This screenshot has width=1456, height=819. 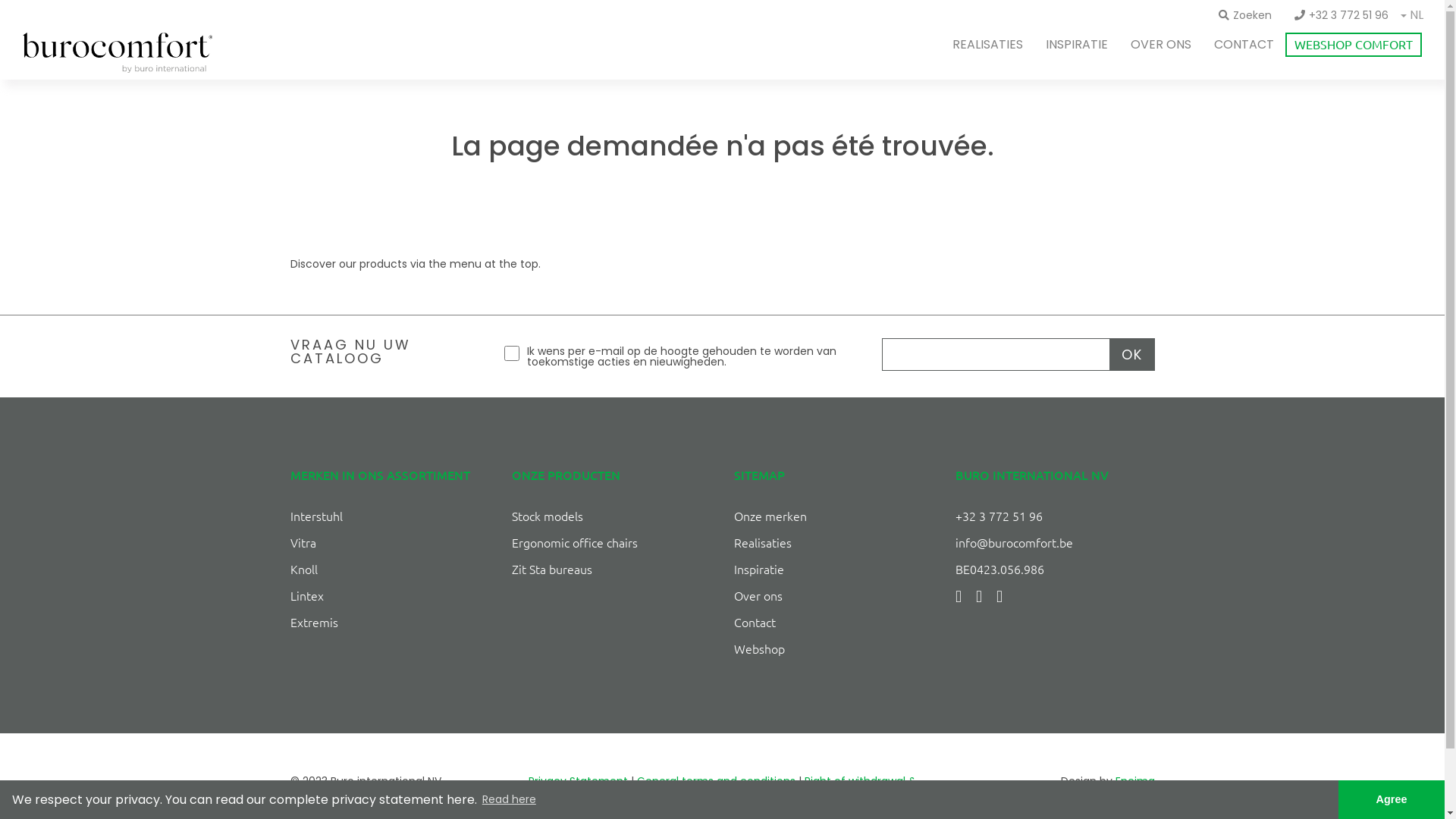 What do you see at coordinates (1244, 43) in the screenshot?
I see `'CONTACT'` at bounding box center [1244, 43].